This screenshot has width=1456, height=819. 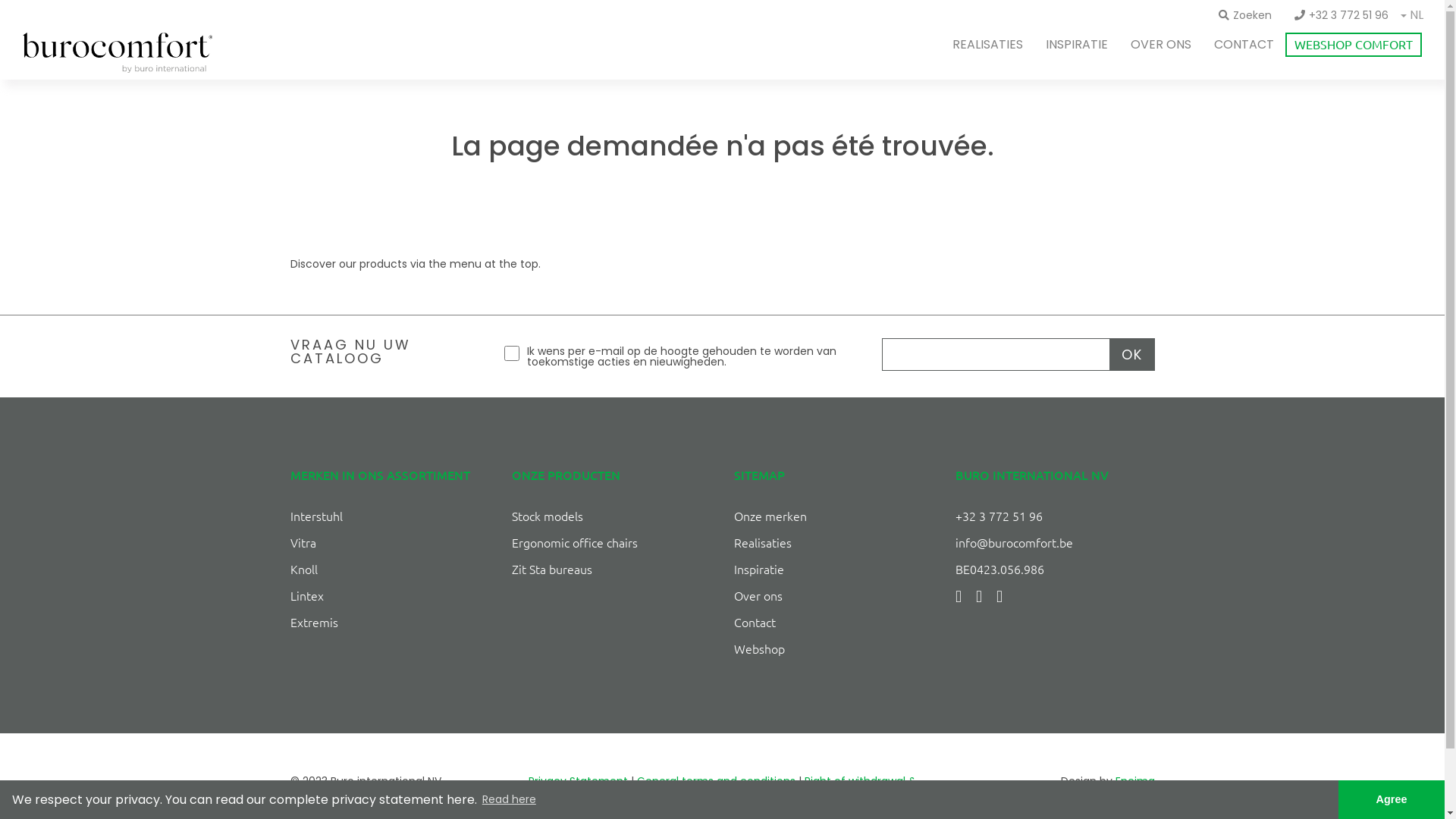 What do you see at coordinates (1244, 43) in the screenshot?
I see `'CONTACT'` at bounding box center [1244, 43].